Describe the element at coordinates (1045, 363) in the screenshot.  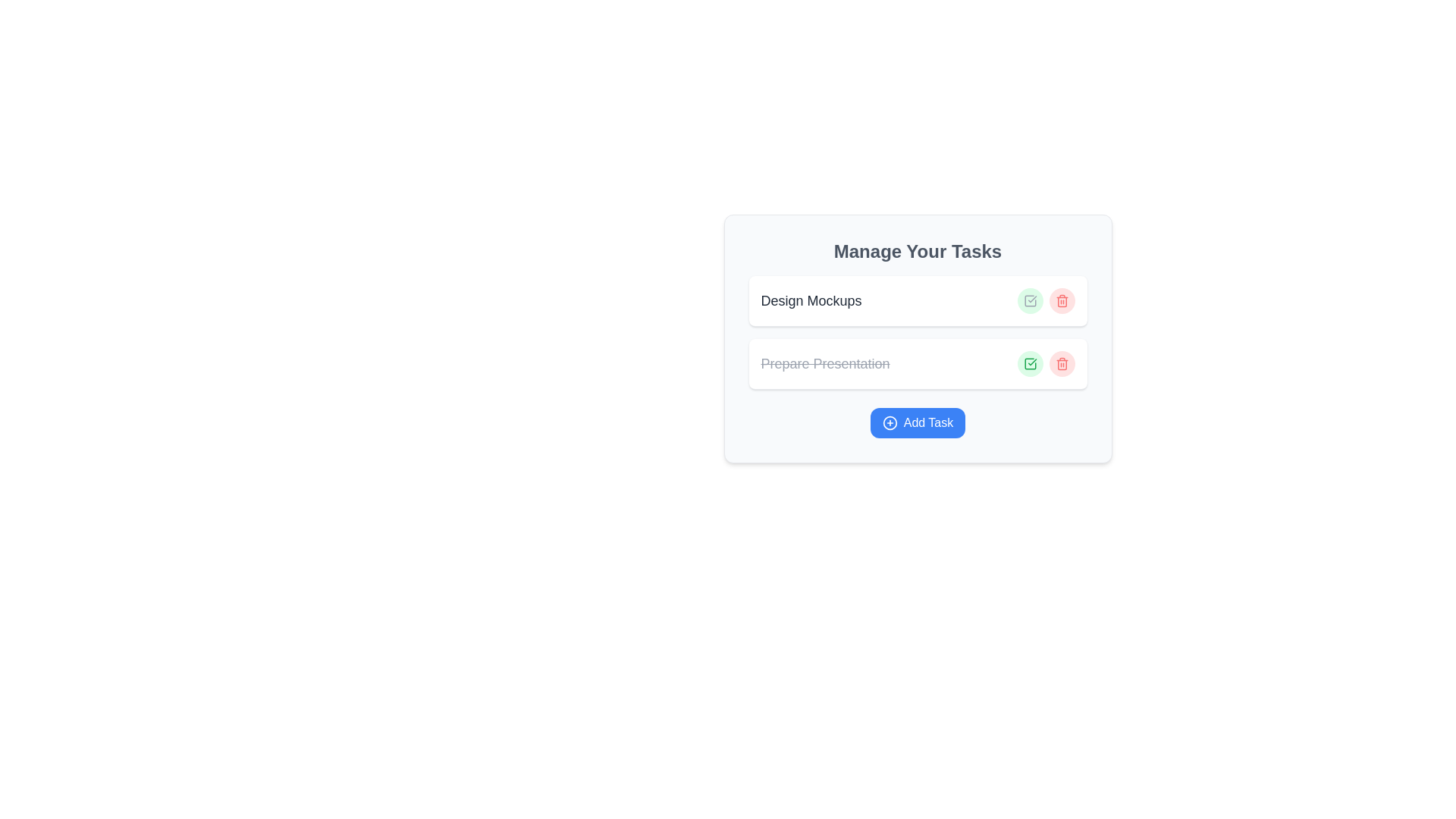
I see `the icon group containing a green checkmark and a red trash bin for tooltips` at that location.